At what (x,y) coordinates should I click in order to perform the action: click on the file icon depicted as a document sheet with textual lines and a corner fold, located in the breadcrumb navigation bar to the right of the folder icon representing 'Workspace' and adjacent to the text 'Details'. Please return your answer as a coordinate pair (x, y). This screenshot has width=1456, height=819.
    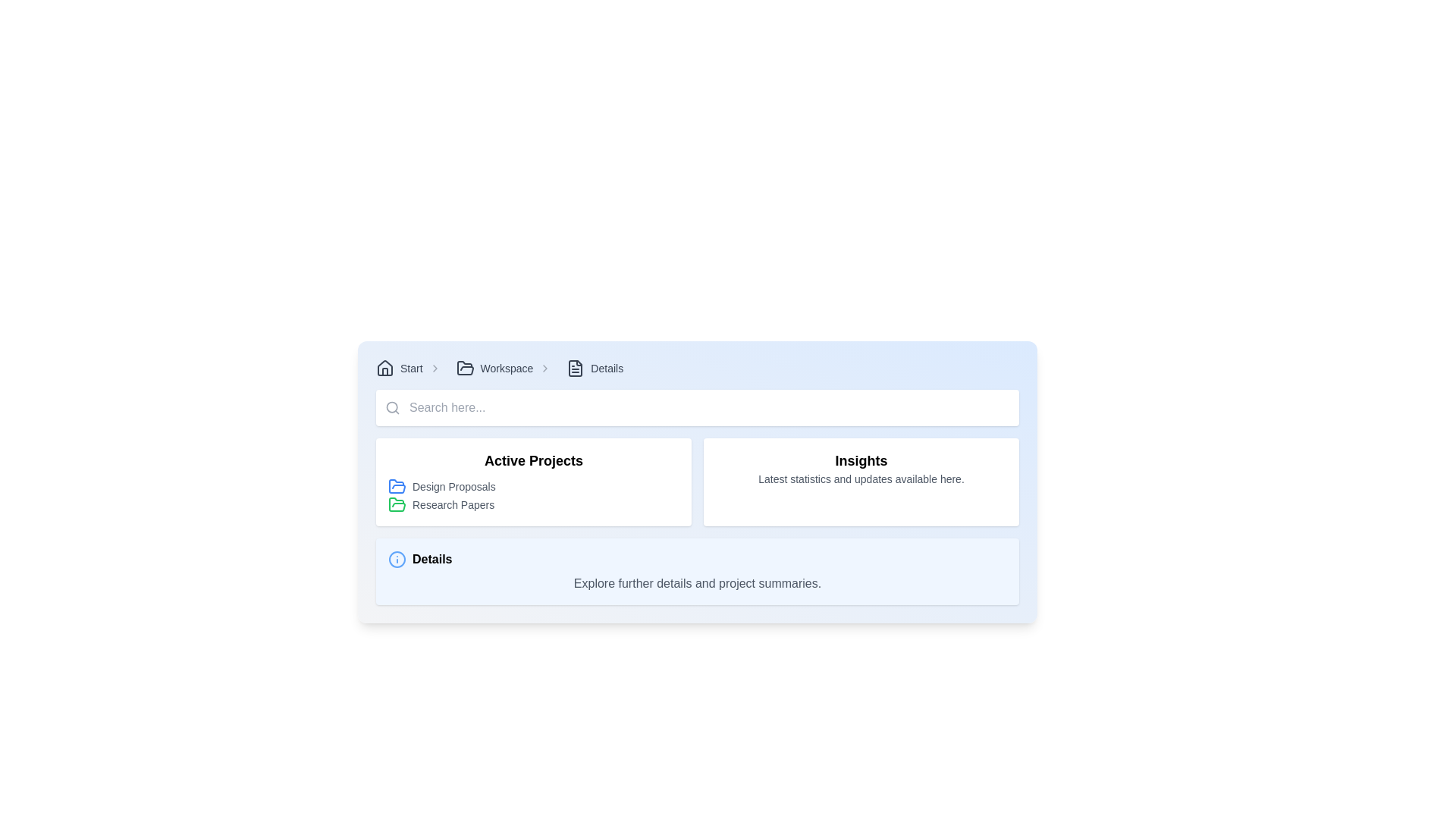
    Looking at the image, I should click on (575, 369).